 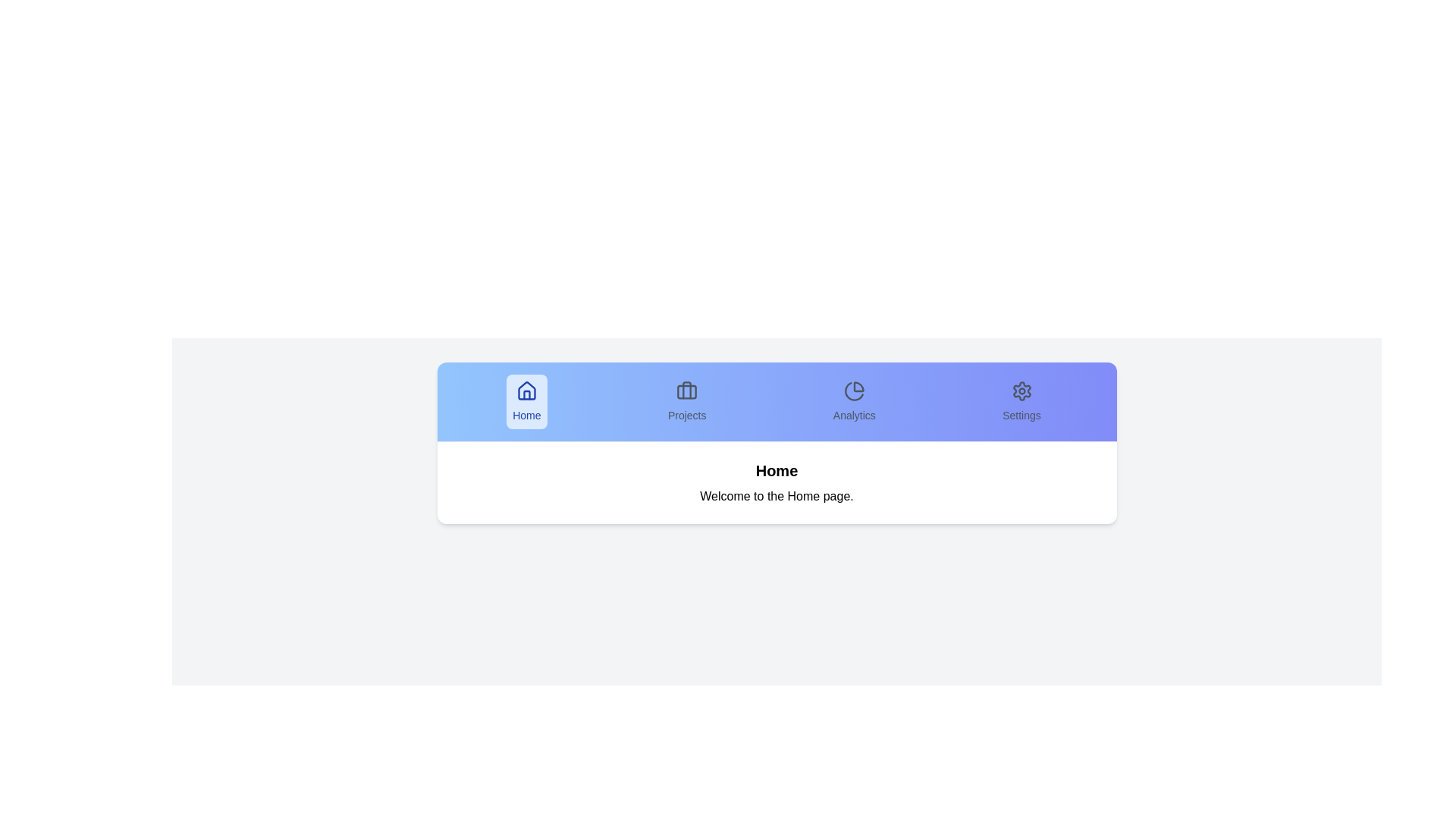 What do you see at coordinates (1021, 400) in the screenshot?
I see `the Settings tab by clicking on it` at bounding box center [1021, 400].